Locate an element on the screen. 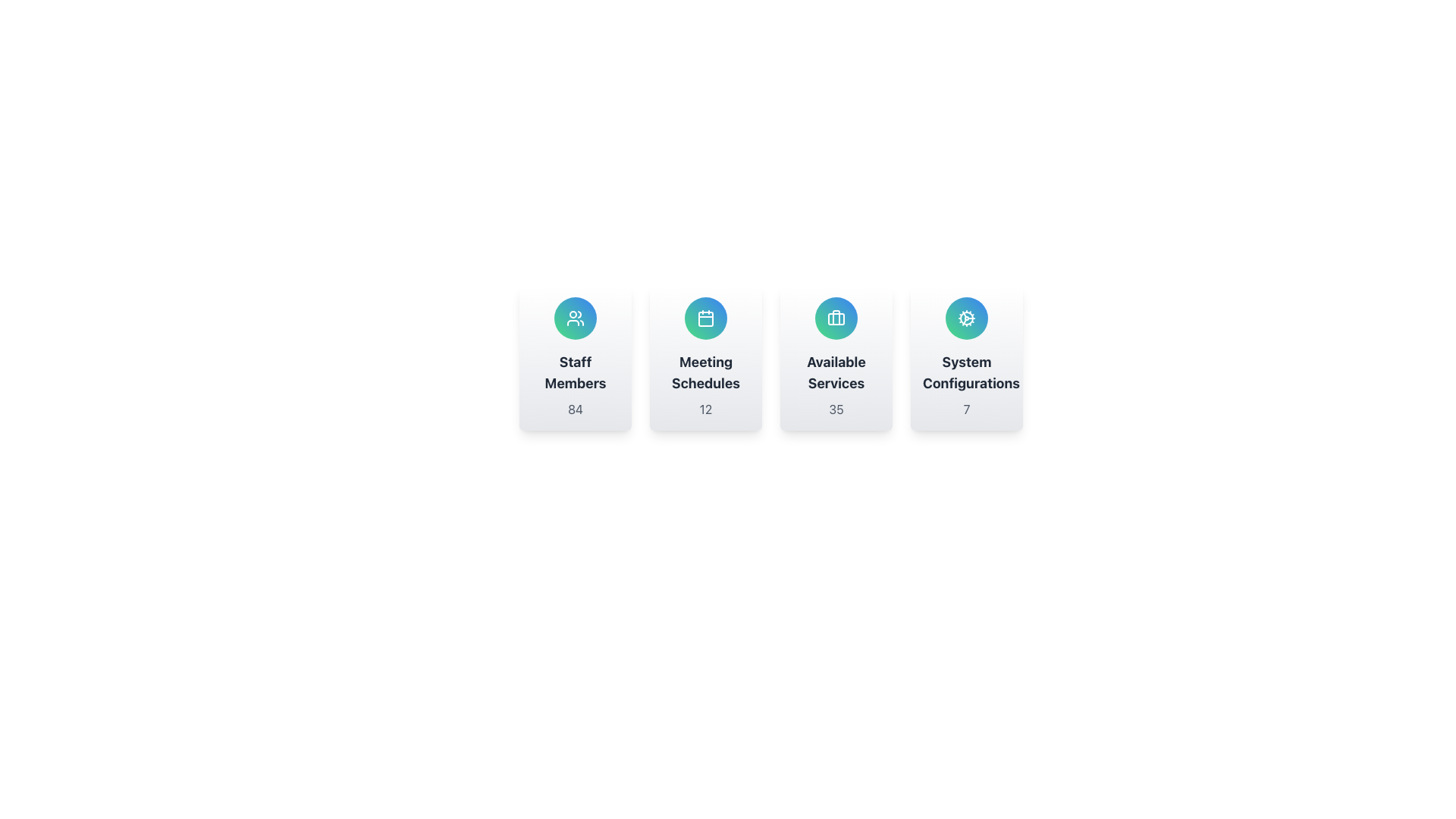 The width and height of the screenshot is (1456, 819). the 'Staff Members' icon located in the first card from the left in a set of four horizontally arranged cards is located at coordinates (574, 318).